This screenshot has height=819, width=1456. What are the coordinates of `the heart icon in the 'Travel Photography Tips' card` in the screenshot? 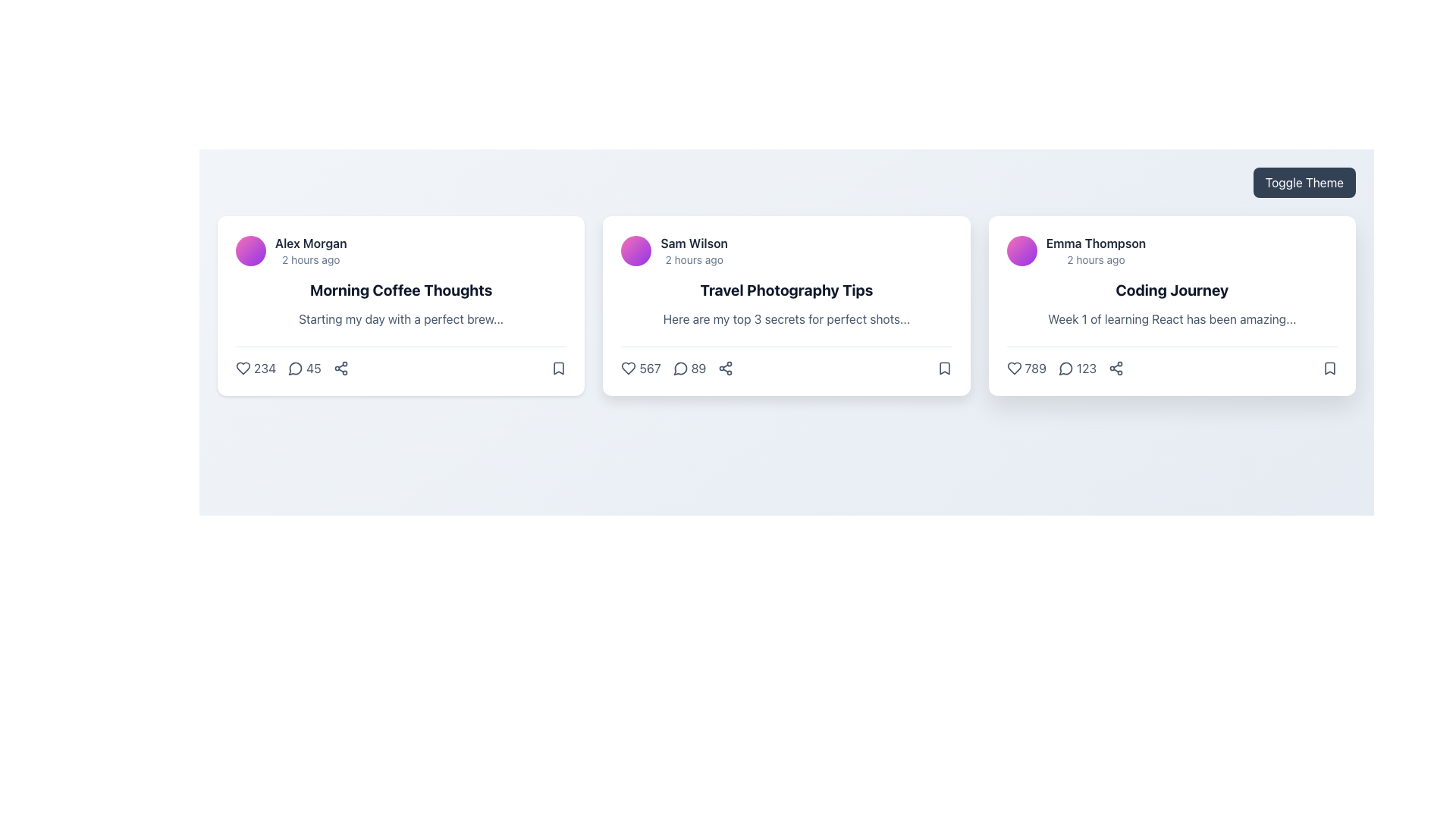 It's located at (641, 369).